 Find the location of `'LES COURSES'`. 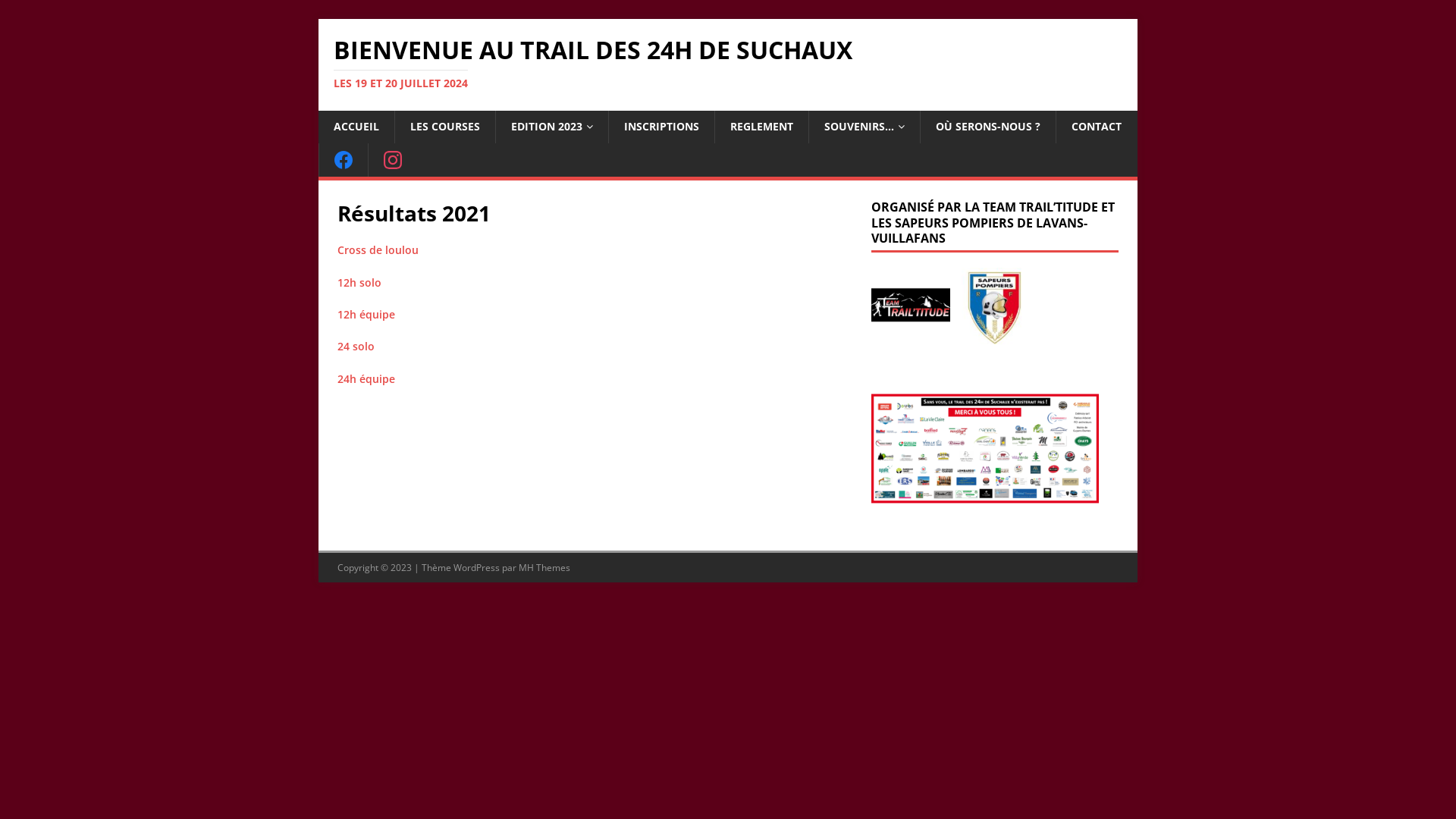

'LES COURSES' is located at coordinates (444, 125).